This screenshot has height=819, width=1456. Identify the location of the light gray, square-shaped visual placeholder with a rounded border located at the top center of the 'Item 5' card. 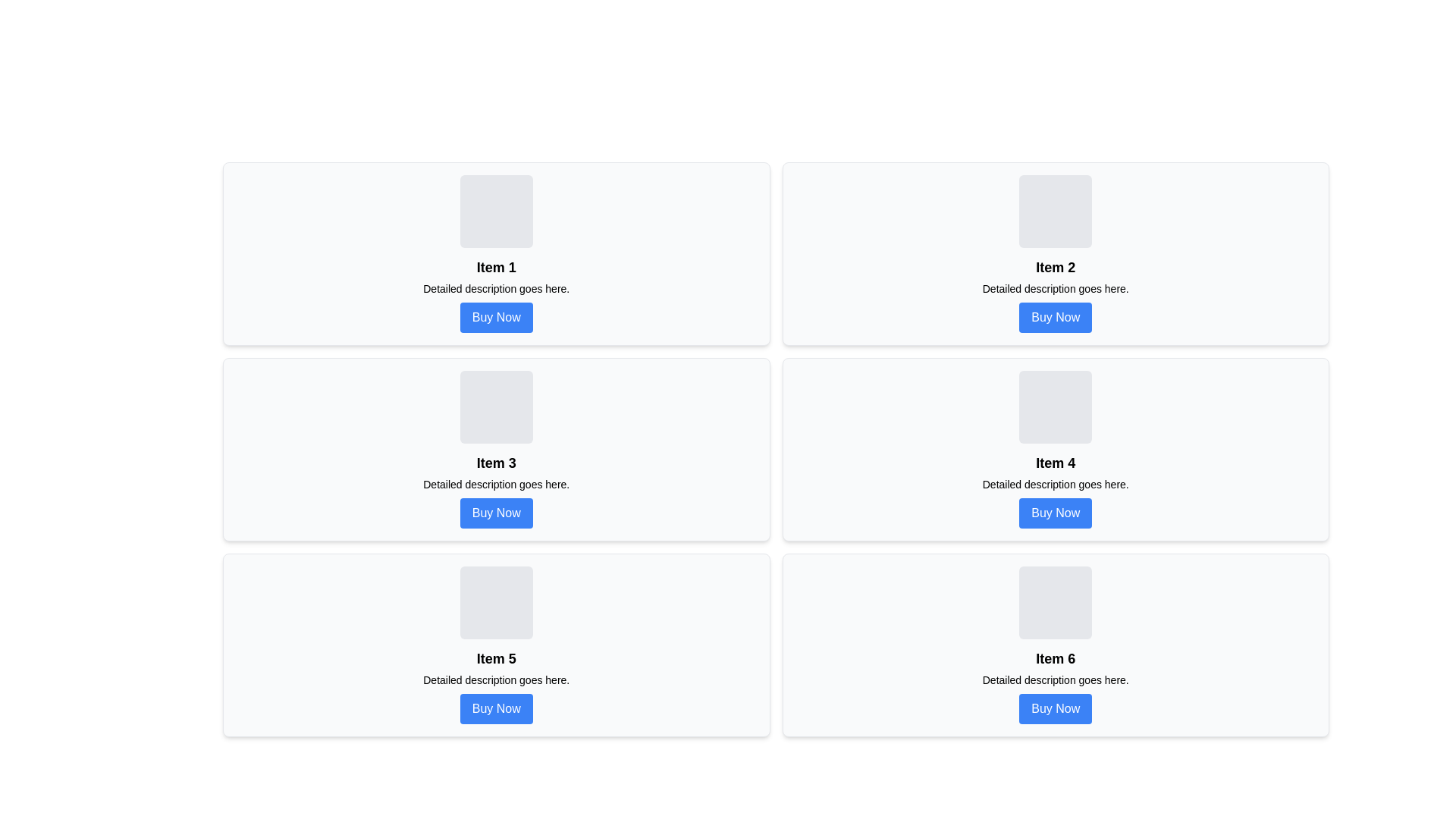
(496, 601).